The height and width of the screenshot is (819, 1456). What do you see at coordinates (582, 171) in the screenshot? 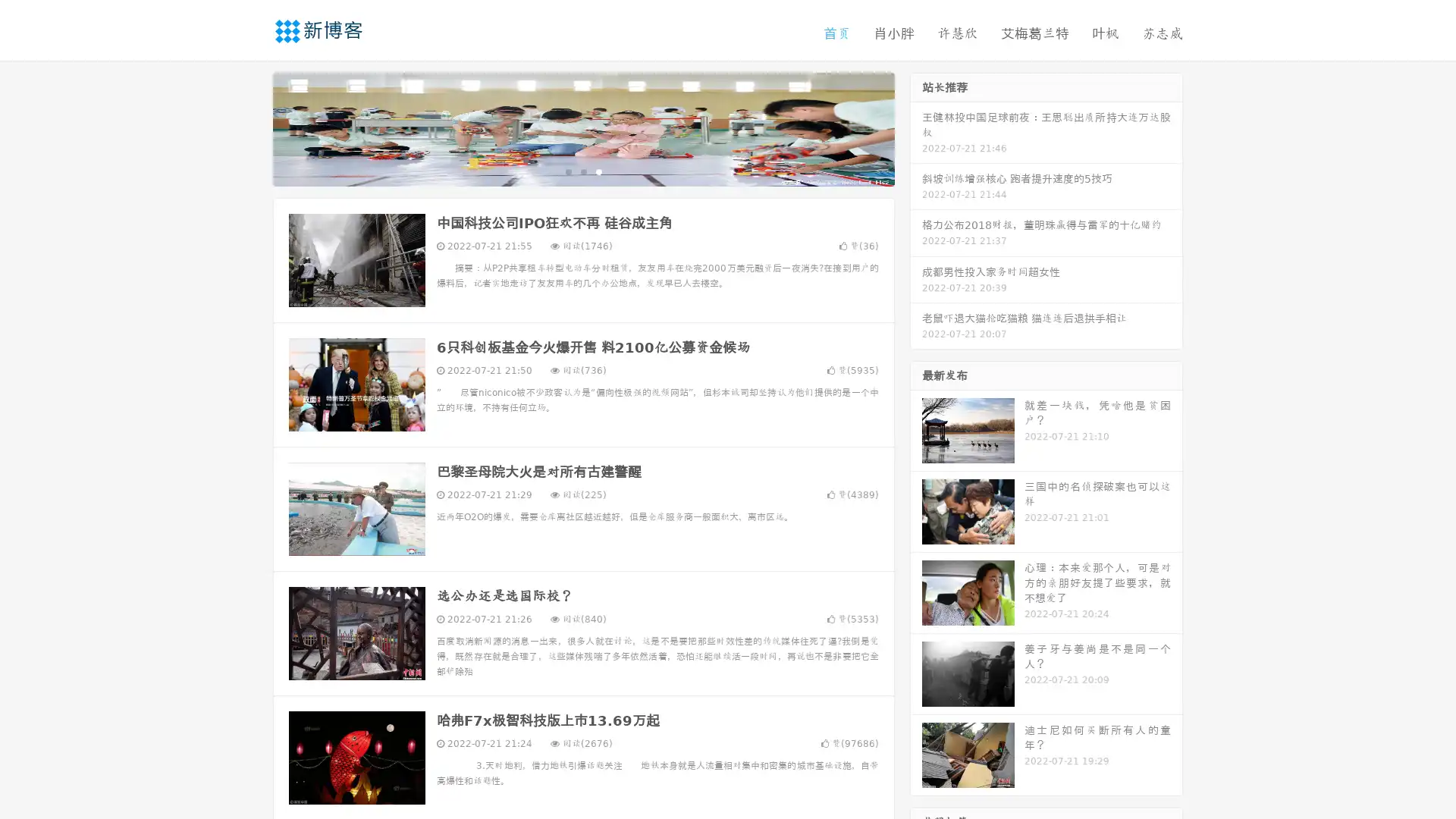
I see `Go to slide 2` at bounding box center [582, 171].